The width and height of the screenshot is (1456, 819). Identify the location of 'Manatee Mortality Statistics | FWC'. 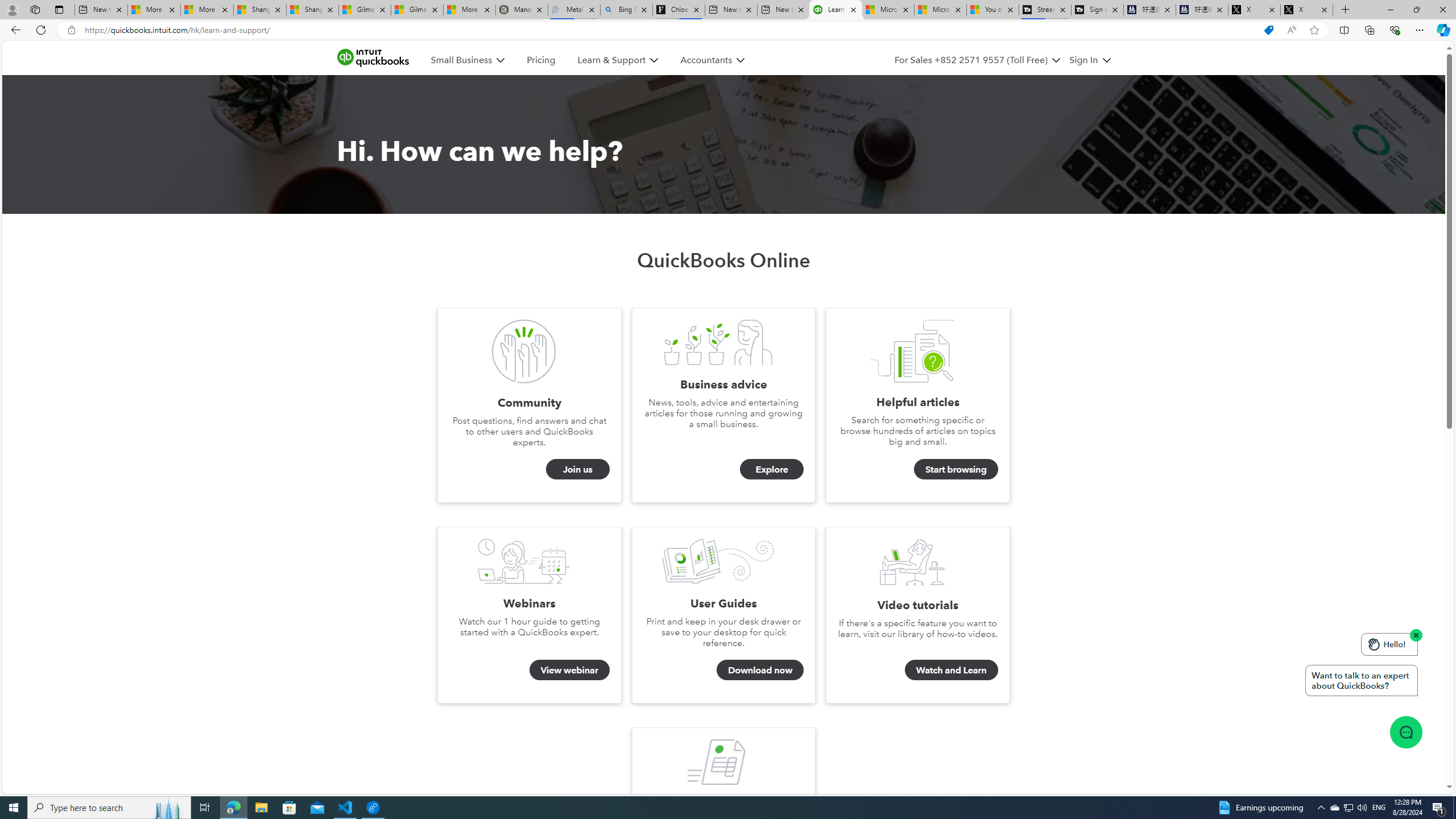
(522, 9).